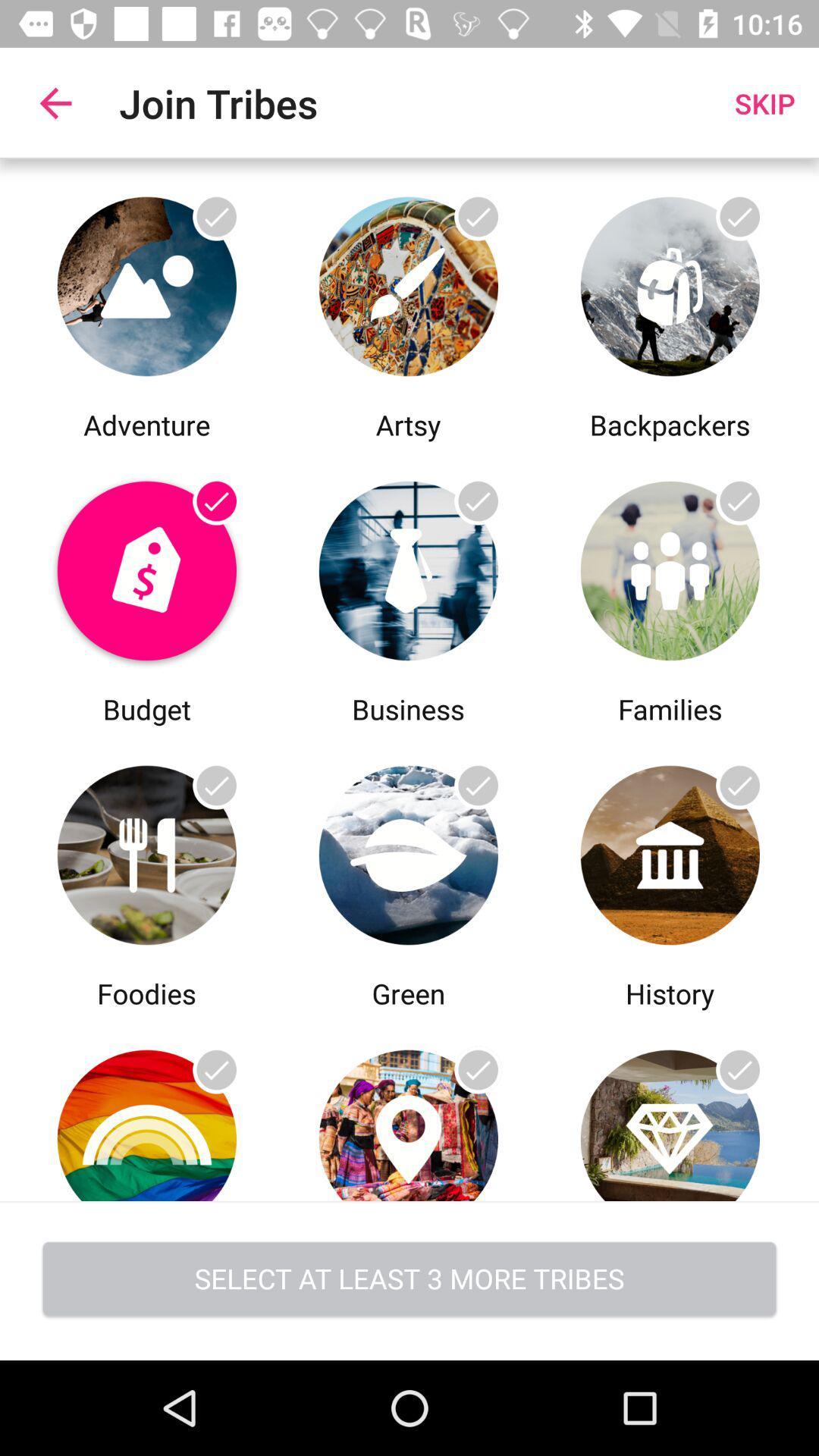 Image resolution: width=819 pixels, height=1456 pixels. What do you see at coordinates (146, 851) in the screenshot?
I see `a group to join` at bounding box center [146, 851].